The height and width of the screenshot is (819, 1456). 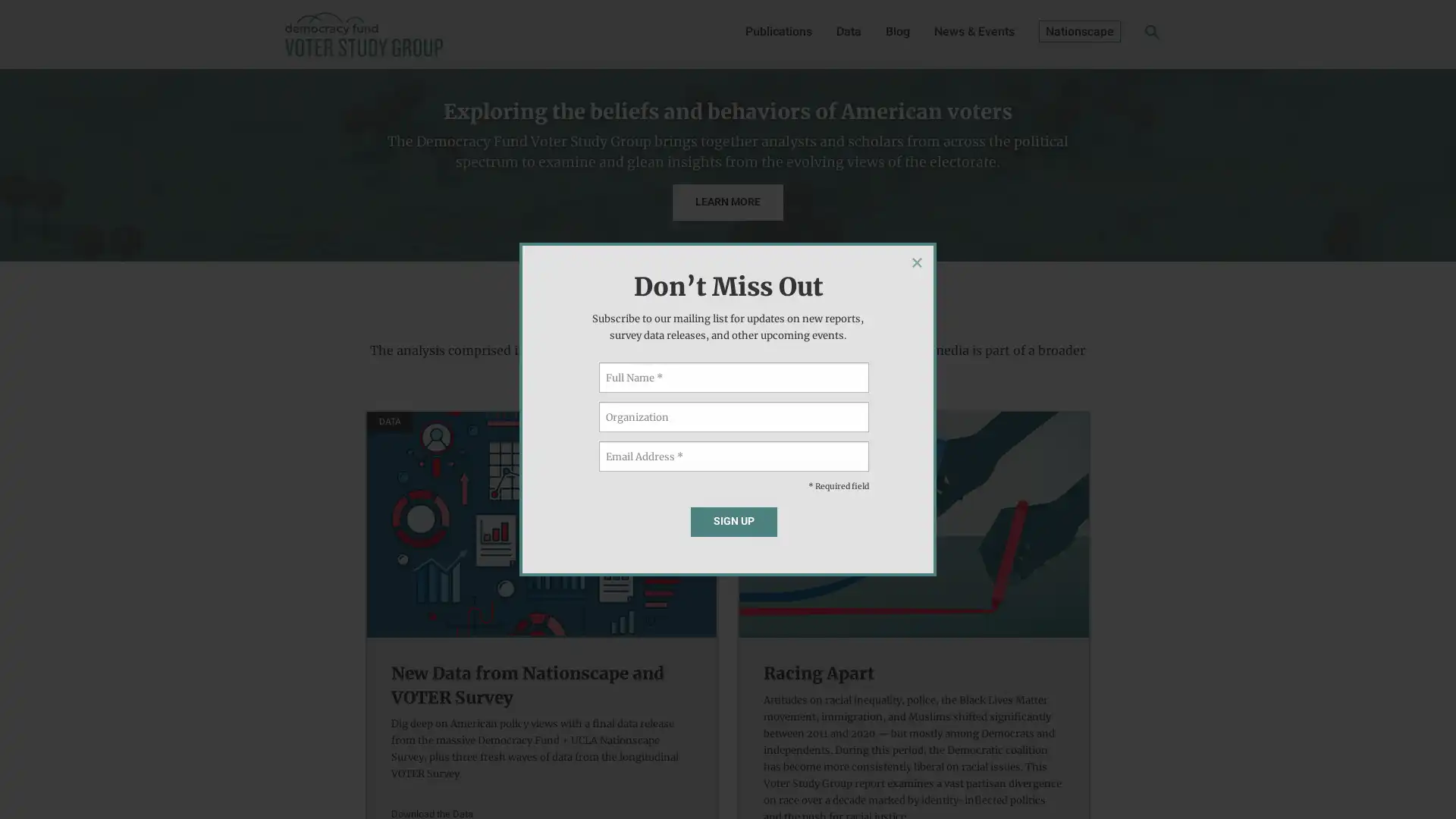 What do you see at coordinates (733, 520) in the screenshot?
I see `SIGN UP` at bounding box center [733, 520].